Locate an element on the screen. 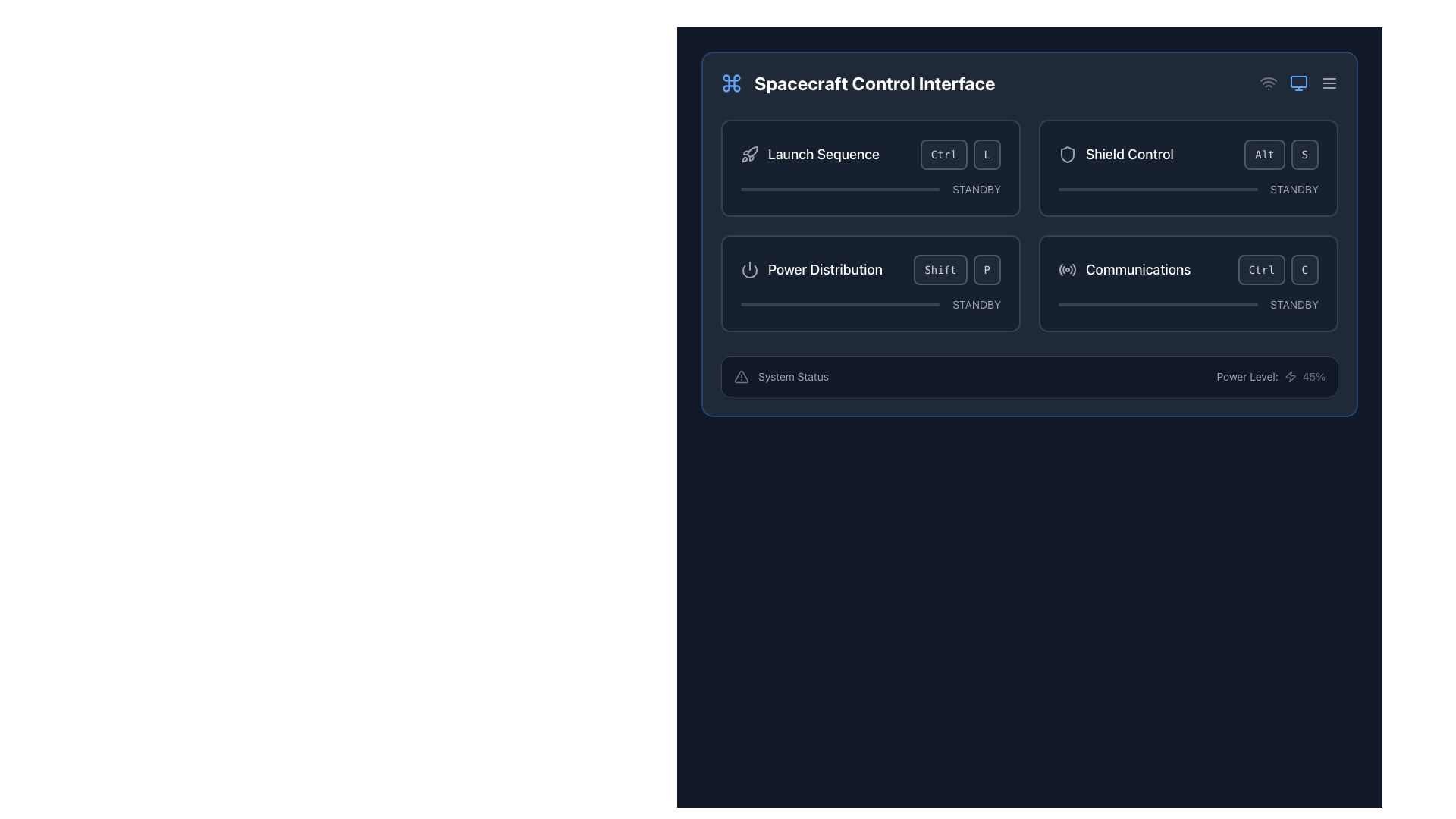 Image resolution: width=1456 pixels, height=819 pixels. the key bindings 'Alt' and 'S' on the Interactive control card labeled 'Shield Control', which is the second card in the top-right corner of the grid layout is located at coordinates (1188, 168).